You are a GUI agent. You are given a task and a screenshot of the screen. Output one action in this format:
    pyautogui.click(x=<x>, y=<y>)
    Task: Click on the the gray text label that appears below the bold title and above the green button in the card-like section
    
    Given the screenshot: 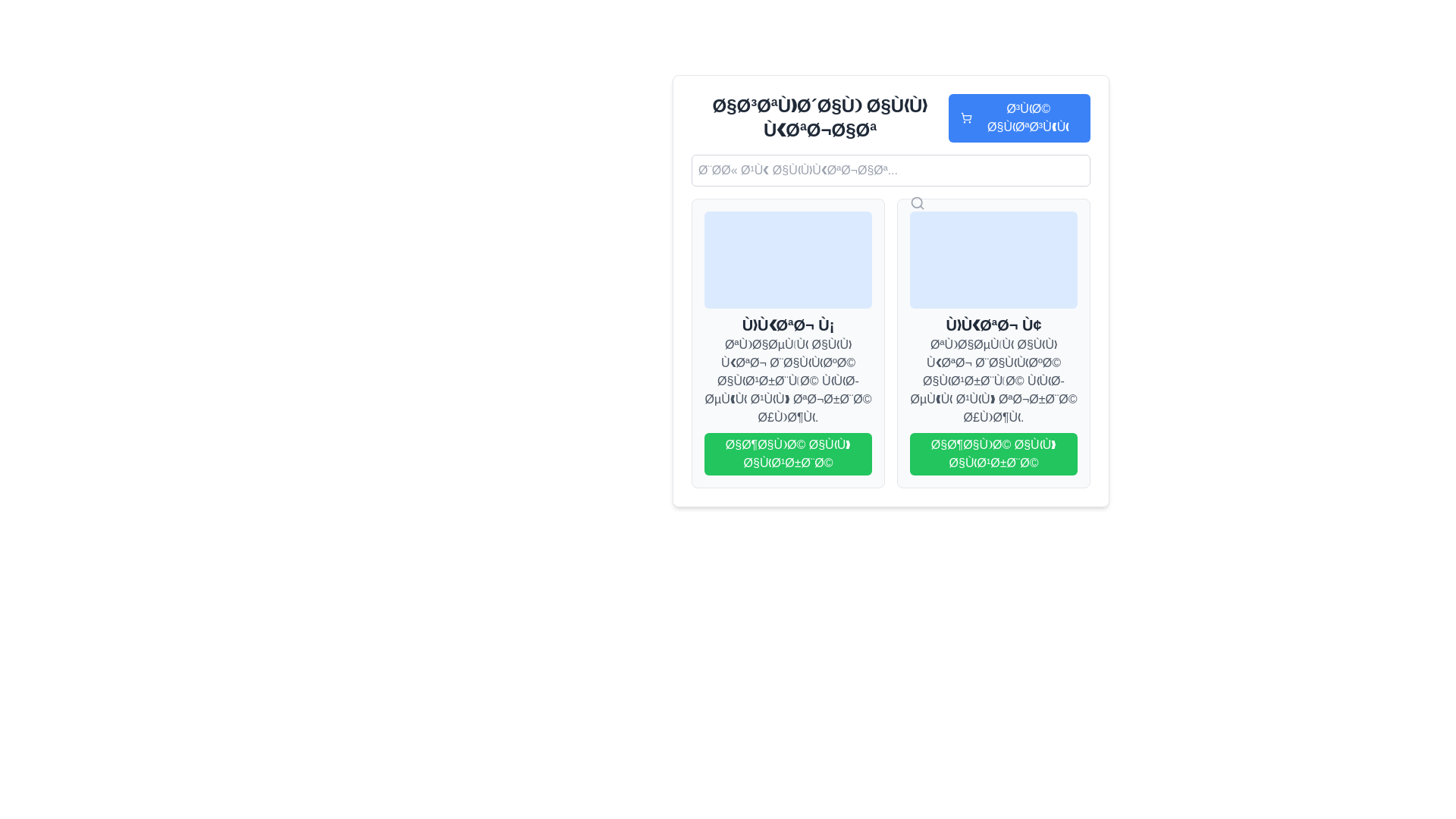 What is the action you would take?
    pyautogui.click(x=788, y=380)
    